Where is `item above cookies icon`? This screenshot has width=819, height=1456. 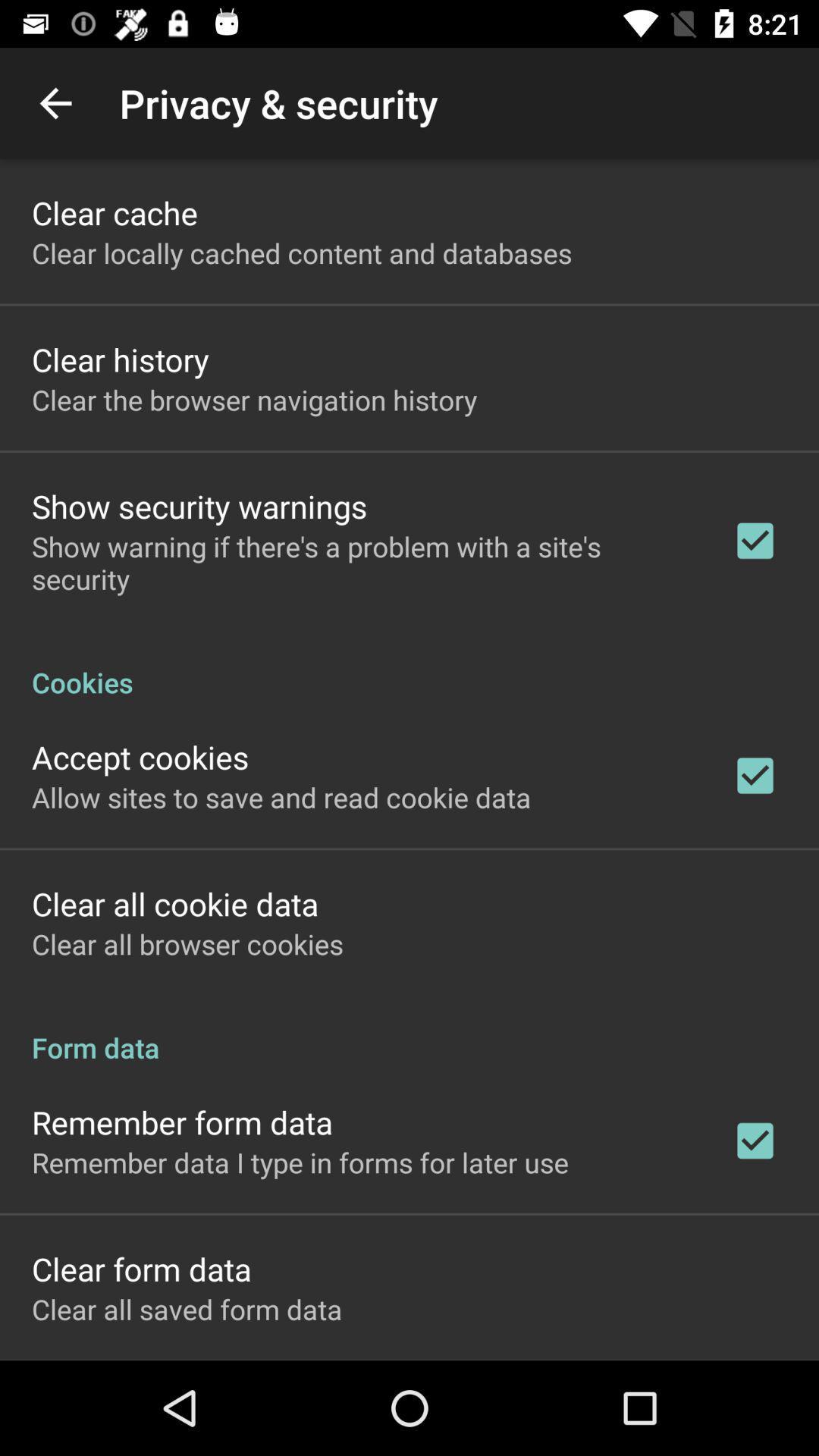
item above cookies icon is located at coordinates (362, 562).